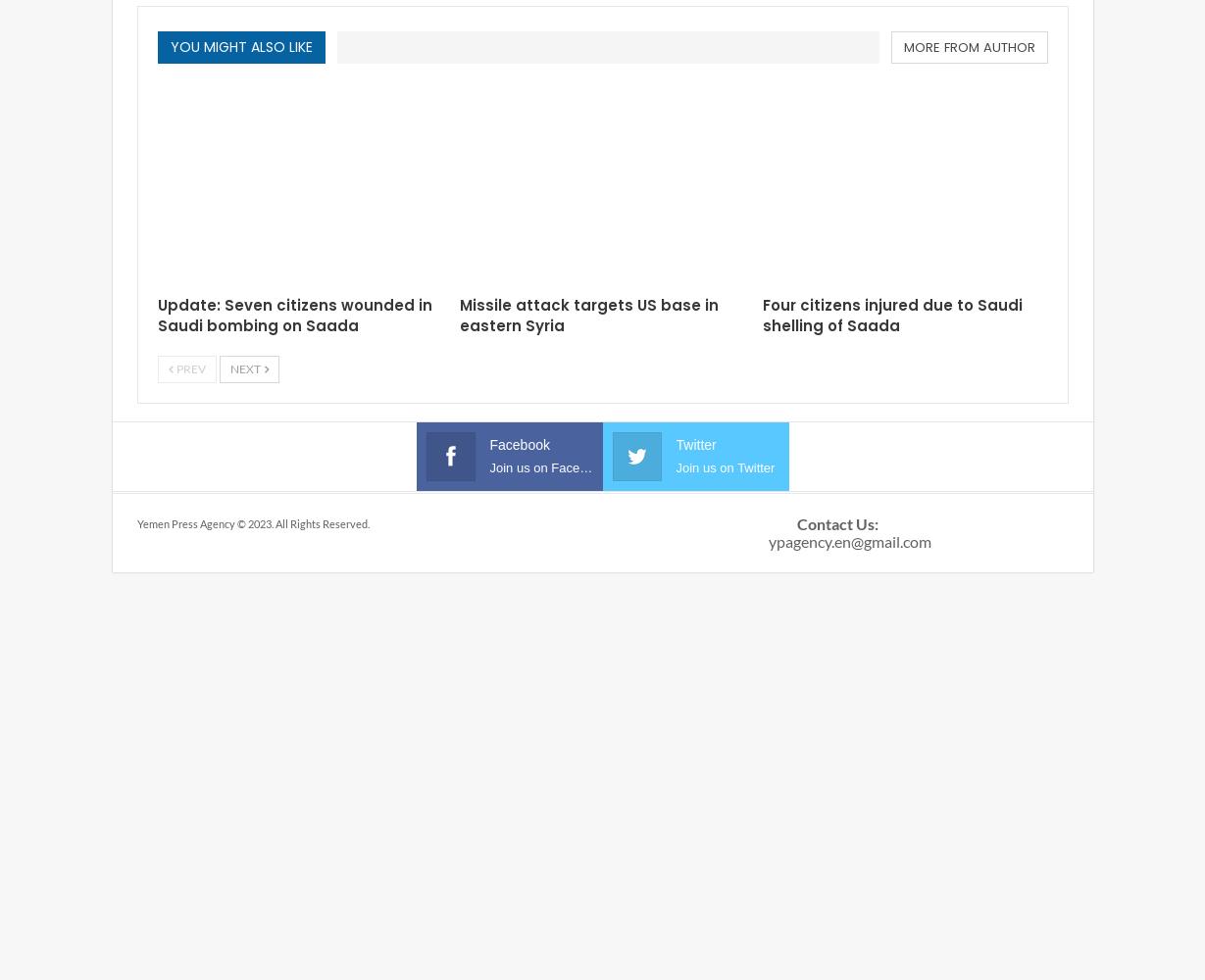  What do you see at coordinates (674, 466) in the screenshot?
I see `'Join us on Twitter'` at bounding box center [674, 466].